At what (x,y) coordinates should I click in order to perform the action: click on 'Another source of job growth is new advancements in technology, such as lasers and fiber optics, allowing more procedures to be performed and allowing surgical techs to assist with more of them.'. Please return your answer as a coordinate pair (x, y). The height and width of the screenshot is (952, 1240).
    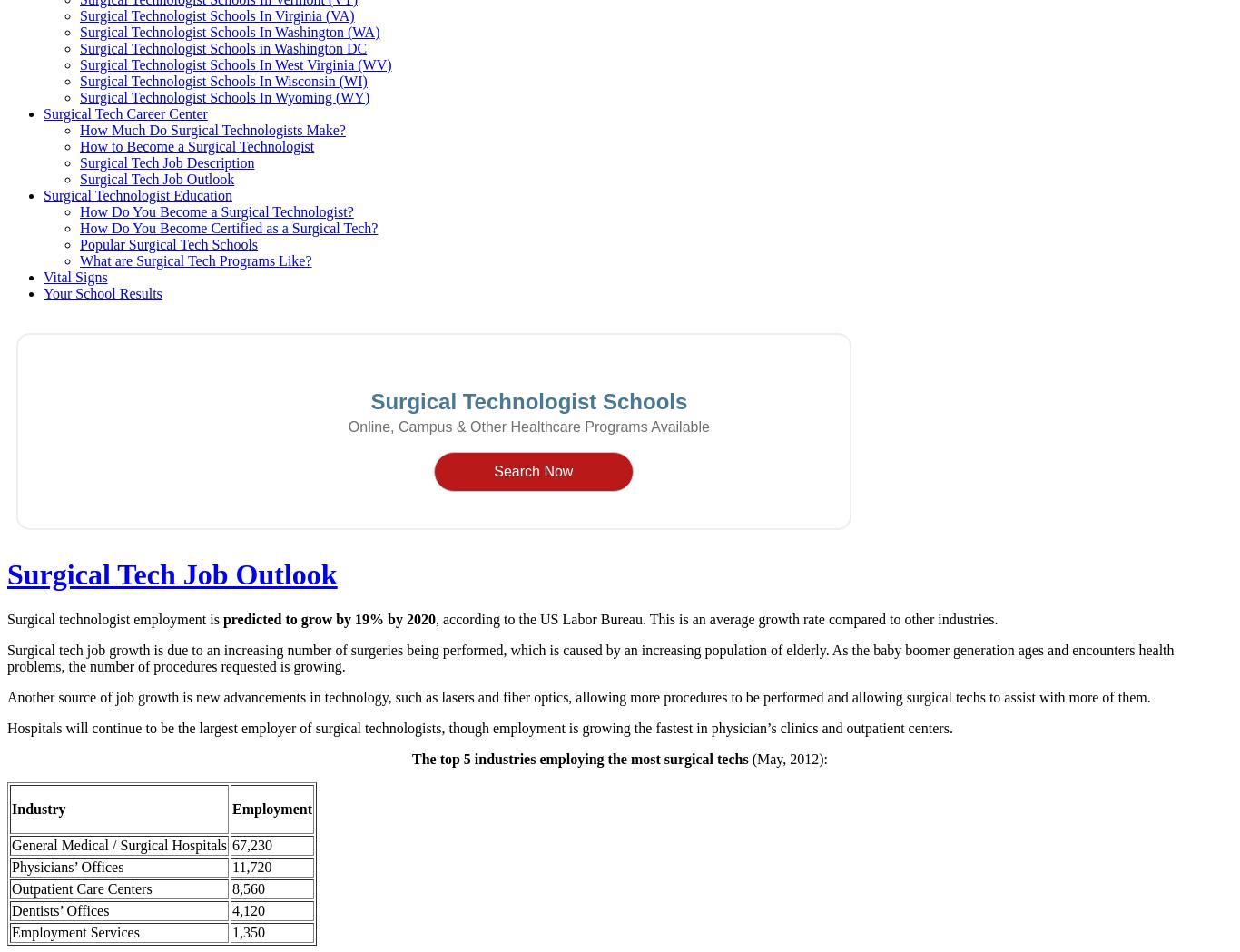
    Looking at the image, I should click on (577, 695).